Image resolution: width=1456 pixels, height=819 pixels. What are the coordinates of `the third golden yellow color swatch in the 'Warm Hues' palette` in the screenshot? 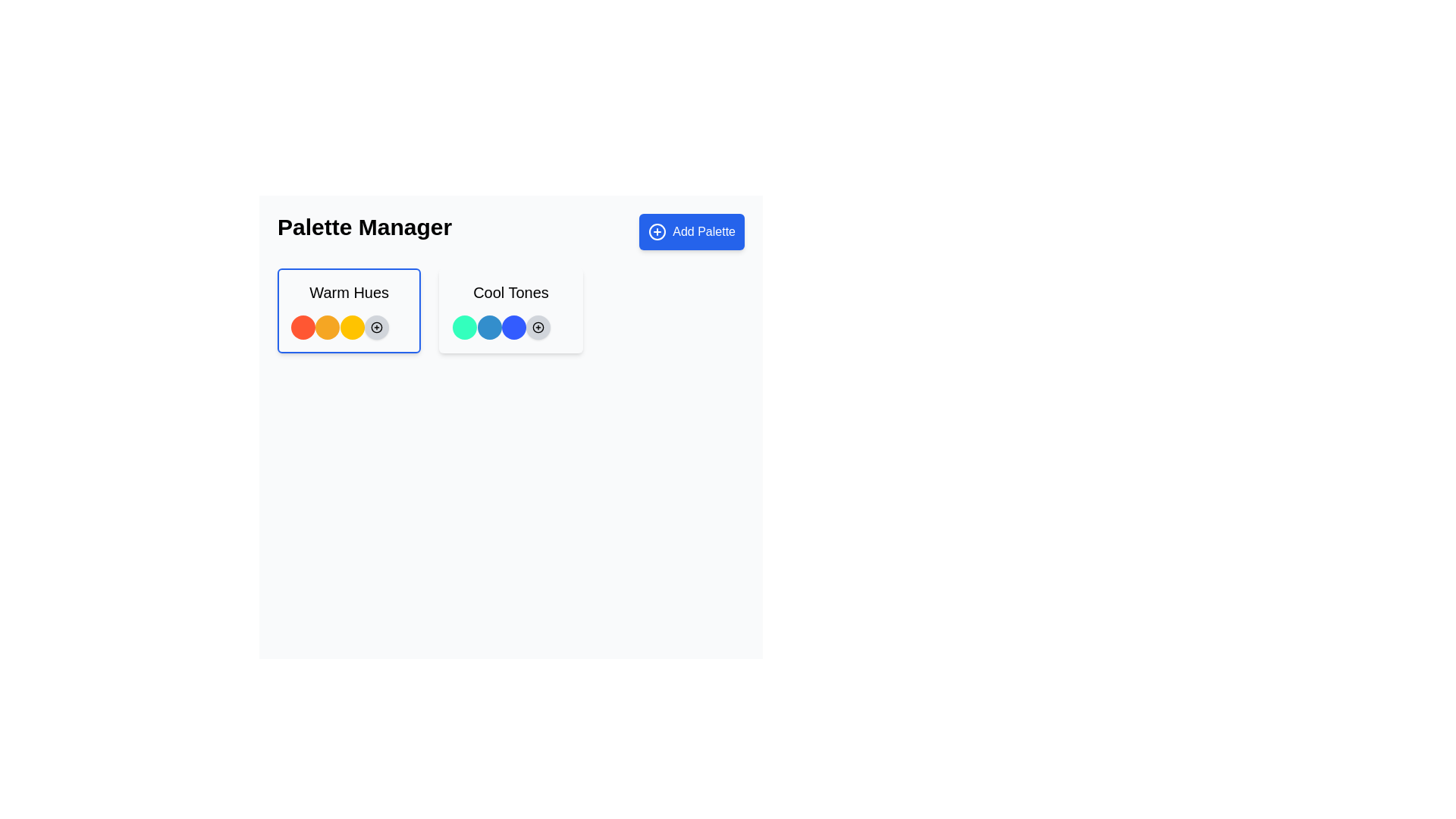 It's located at (351, 327).